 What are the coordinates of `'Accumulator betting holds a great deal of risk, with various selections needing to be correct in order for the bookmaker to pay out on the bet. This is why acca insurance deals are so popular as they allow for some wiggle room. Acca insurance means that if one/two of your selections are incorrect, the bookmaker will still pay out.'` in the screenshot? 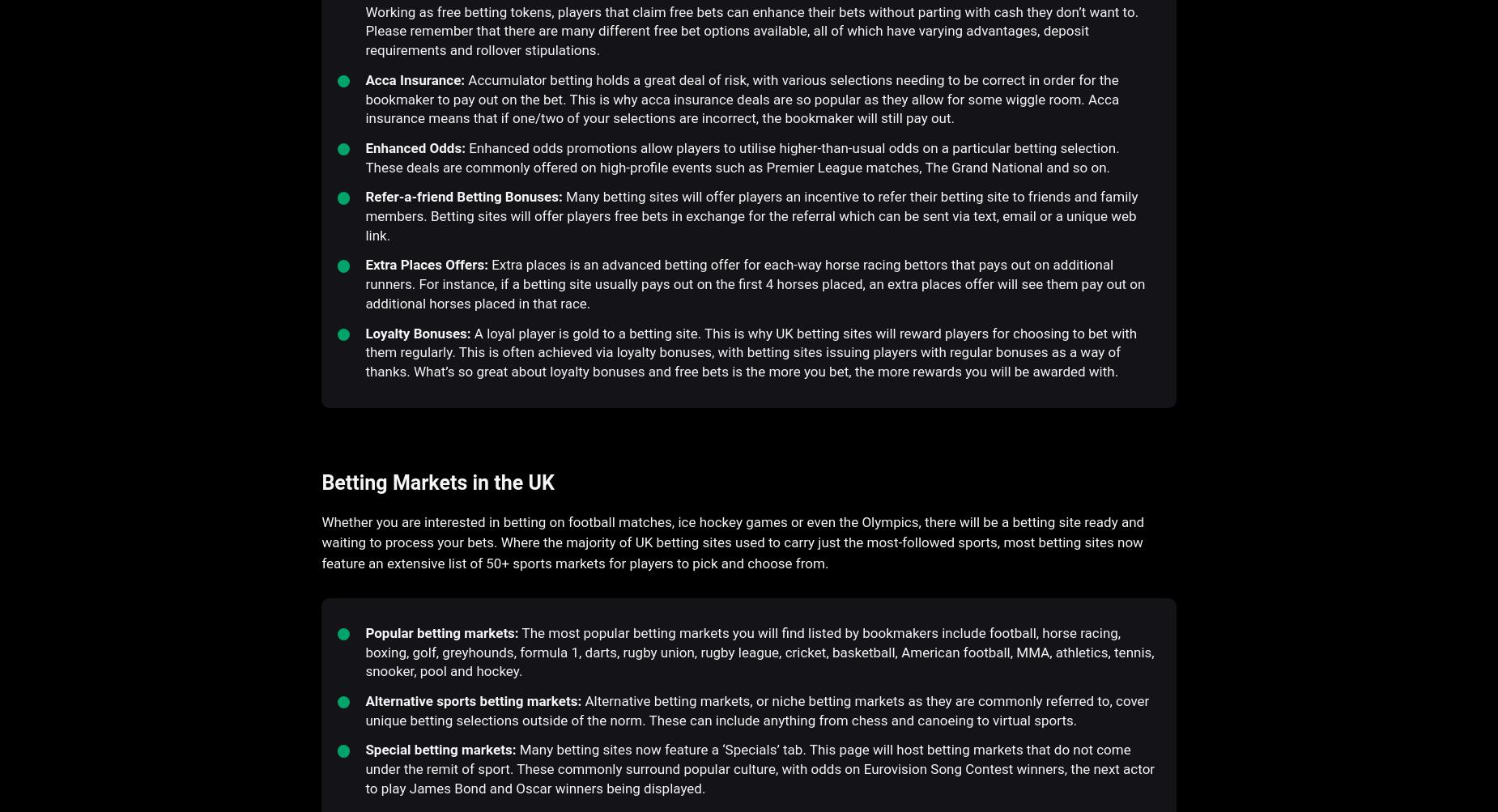 It's located at (364, 97).